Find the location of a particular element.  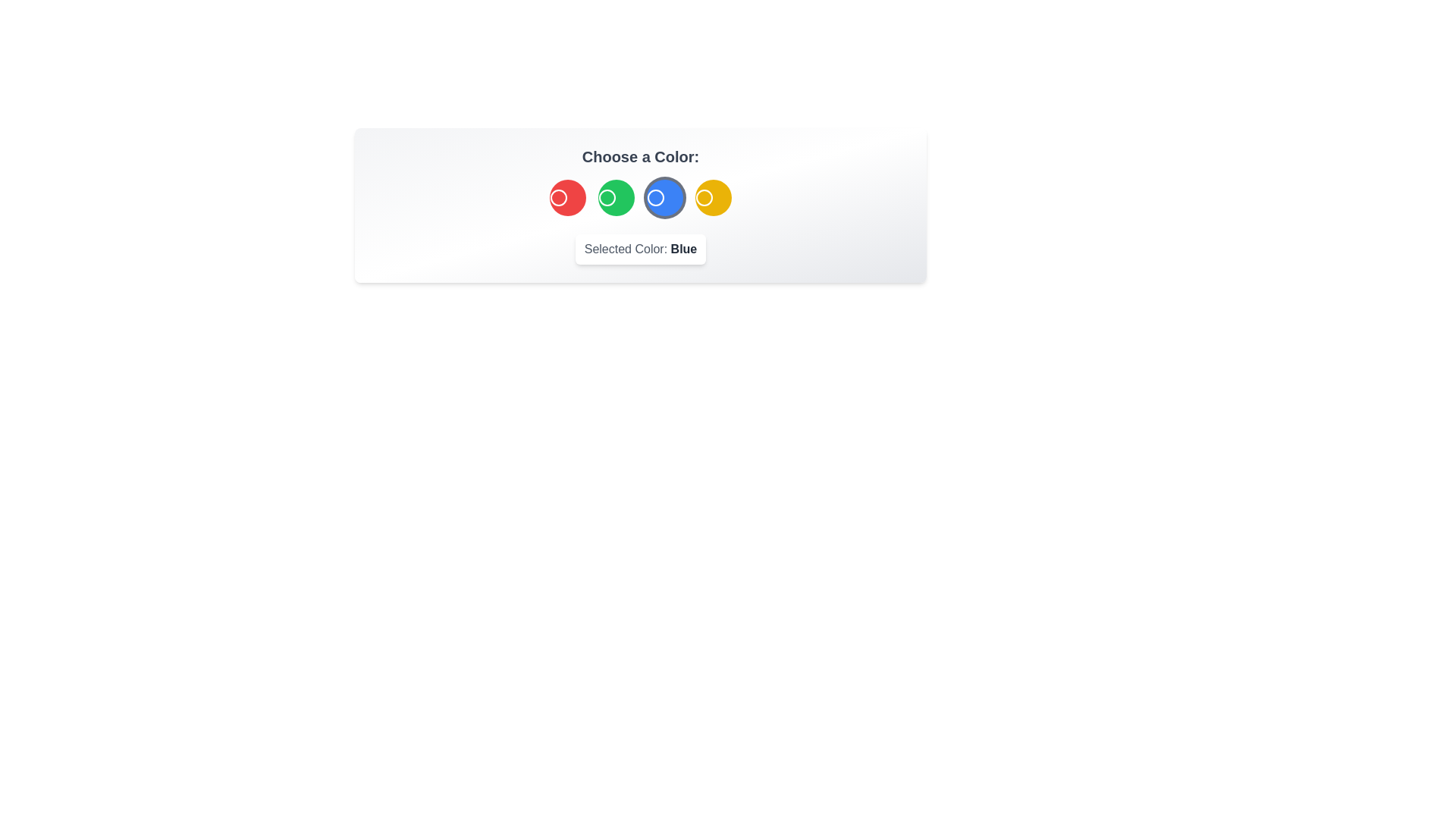

the color button corresponding to Red is located at coordinates (566, 197).